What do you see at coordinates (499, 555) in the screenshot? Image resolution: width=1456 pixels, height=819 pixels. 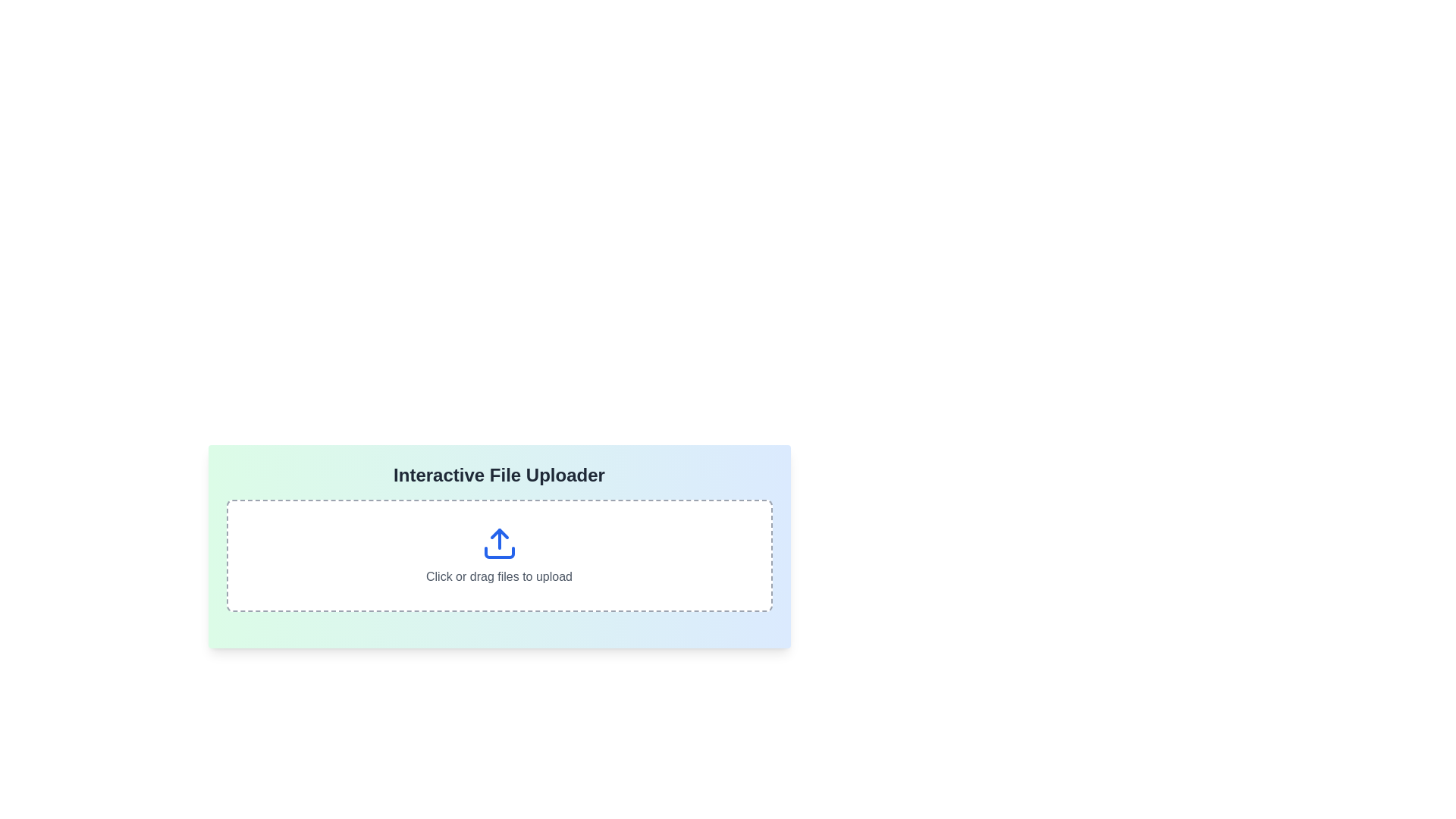 I see `files onto the File input area with a dashed border and blue upload icon` at bounding box center [499, 555].